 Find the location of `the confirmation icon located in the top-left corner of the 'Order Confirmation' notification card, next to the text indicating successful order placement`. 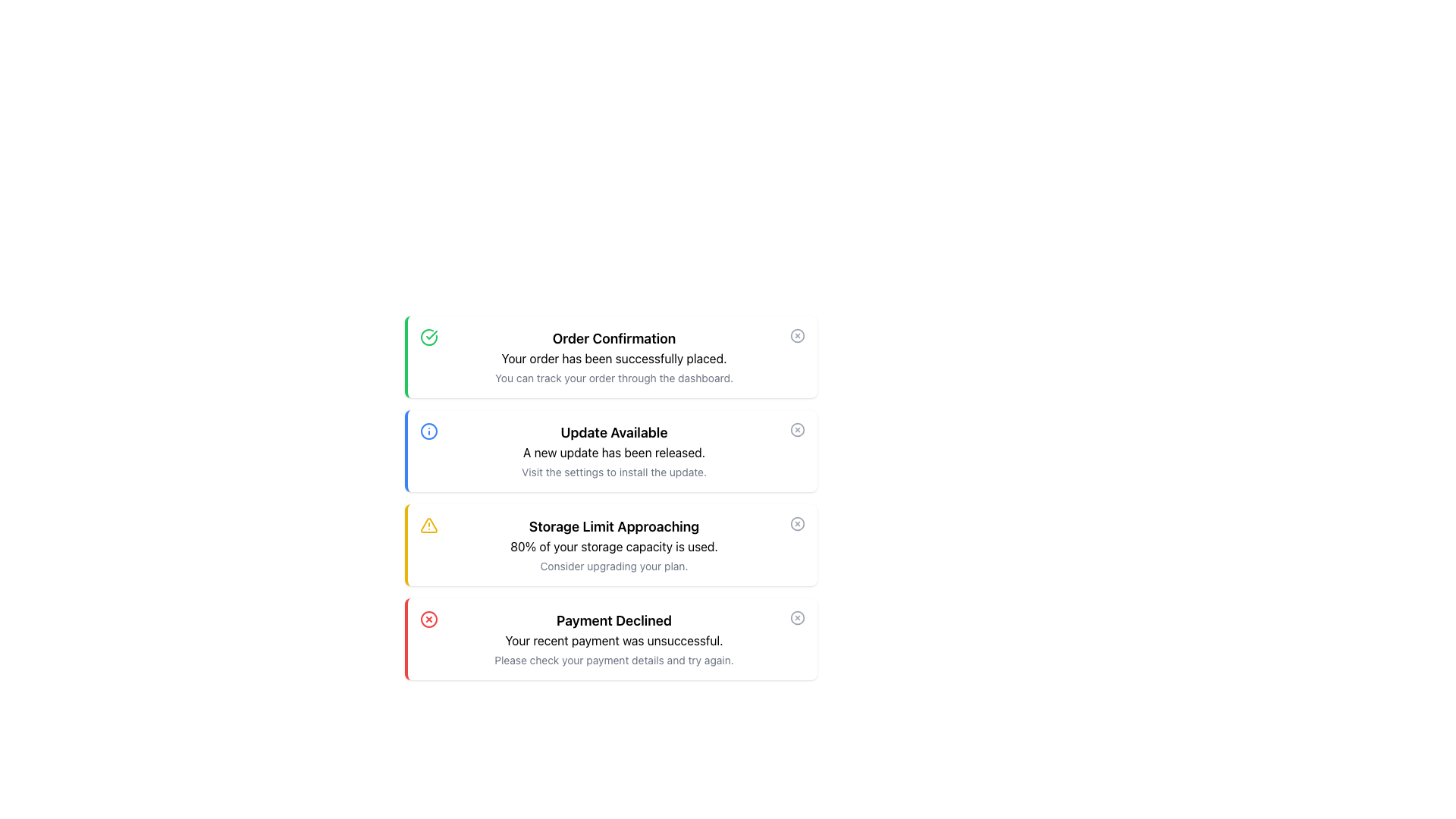

the confirmation icon located in the top-left corner of the 'Order Confirmation' notification card, next to the text indicating successful order placement is located at coordinates (428, 336).